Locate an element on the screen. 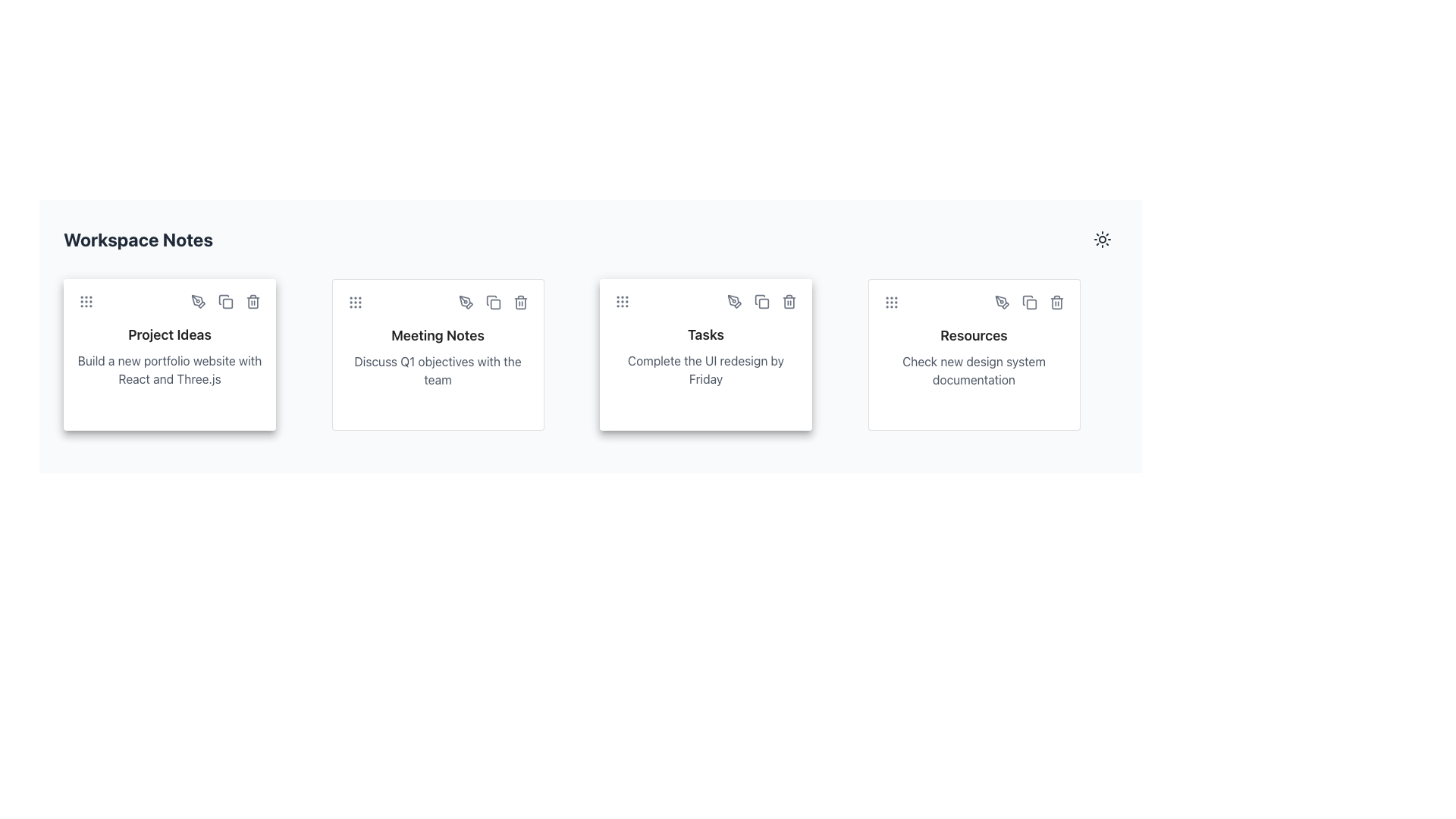 The width and height of the screenshot is (1456, 819). static informational text label located at the bottom of the 'Resources' block, which serves to describe the block's title is located at coordinates (974, 371).